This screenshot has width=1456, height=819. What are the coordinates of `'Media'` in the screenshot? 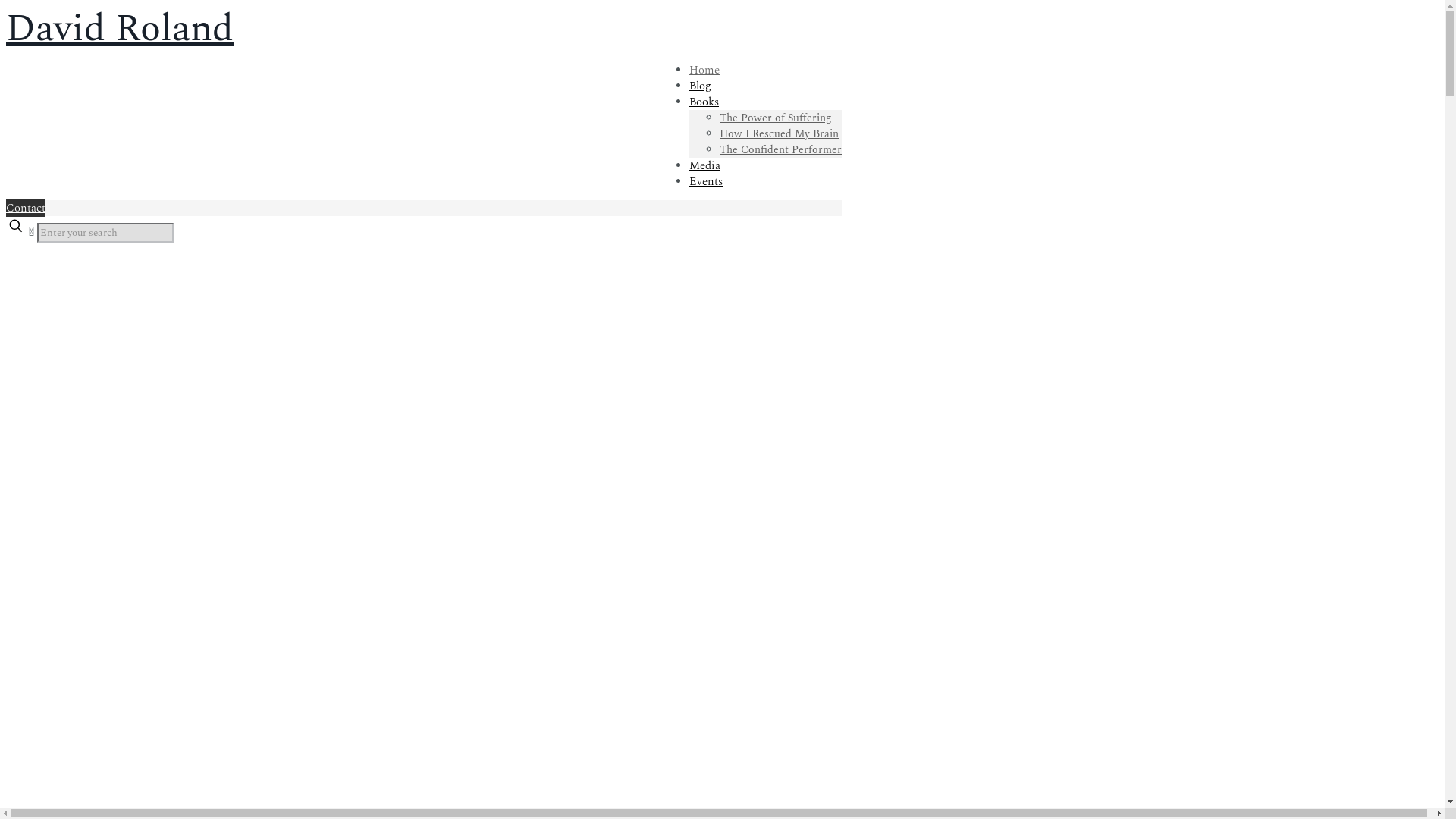 It's located at (688, 165).